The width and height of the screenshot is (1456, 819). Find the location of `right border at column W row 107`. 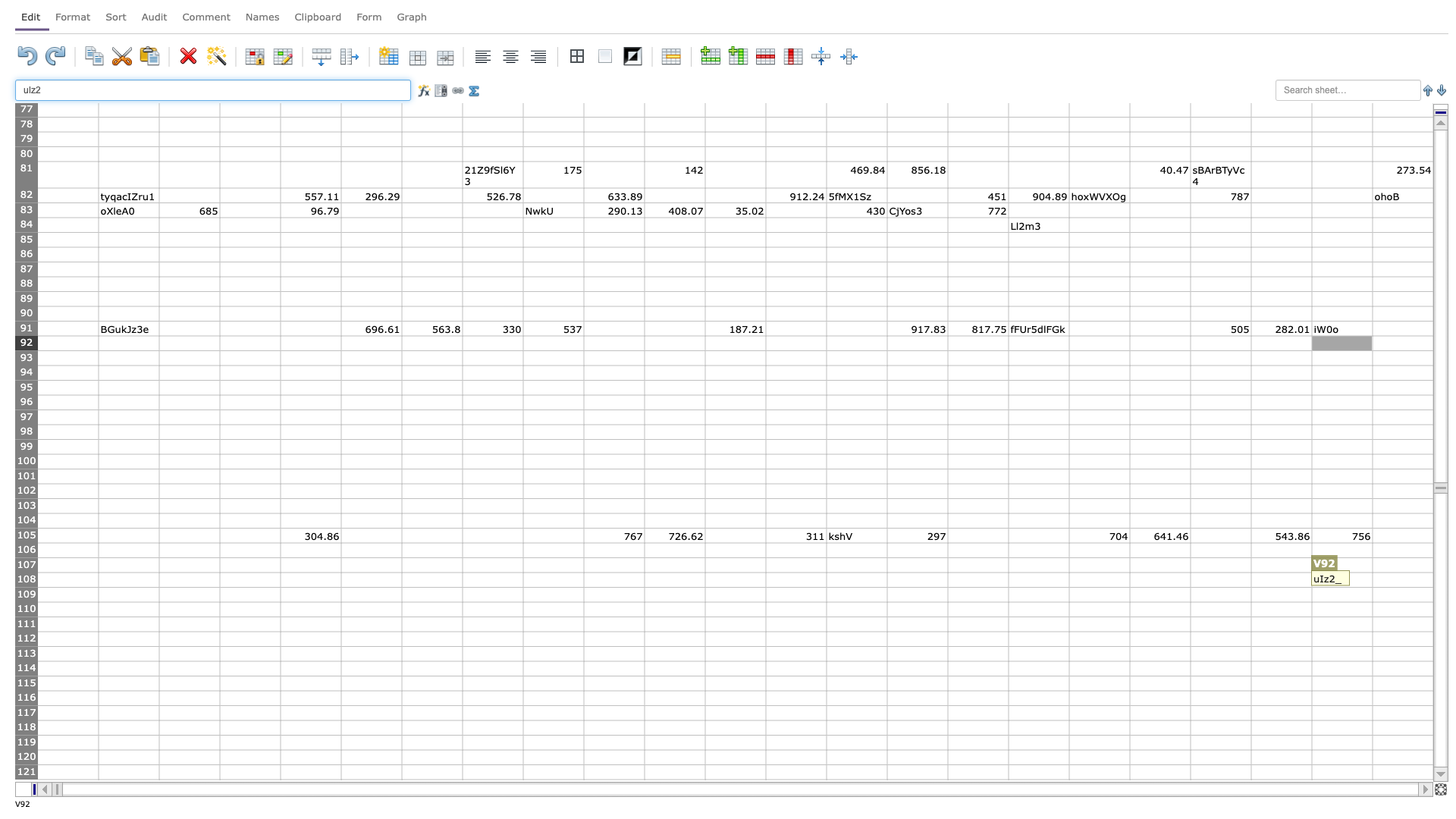

right border at column W row 107 is located at coordinates (1432, 565).